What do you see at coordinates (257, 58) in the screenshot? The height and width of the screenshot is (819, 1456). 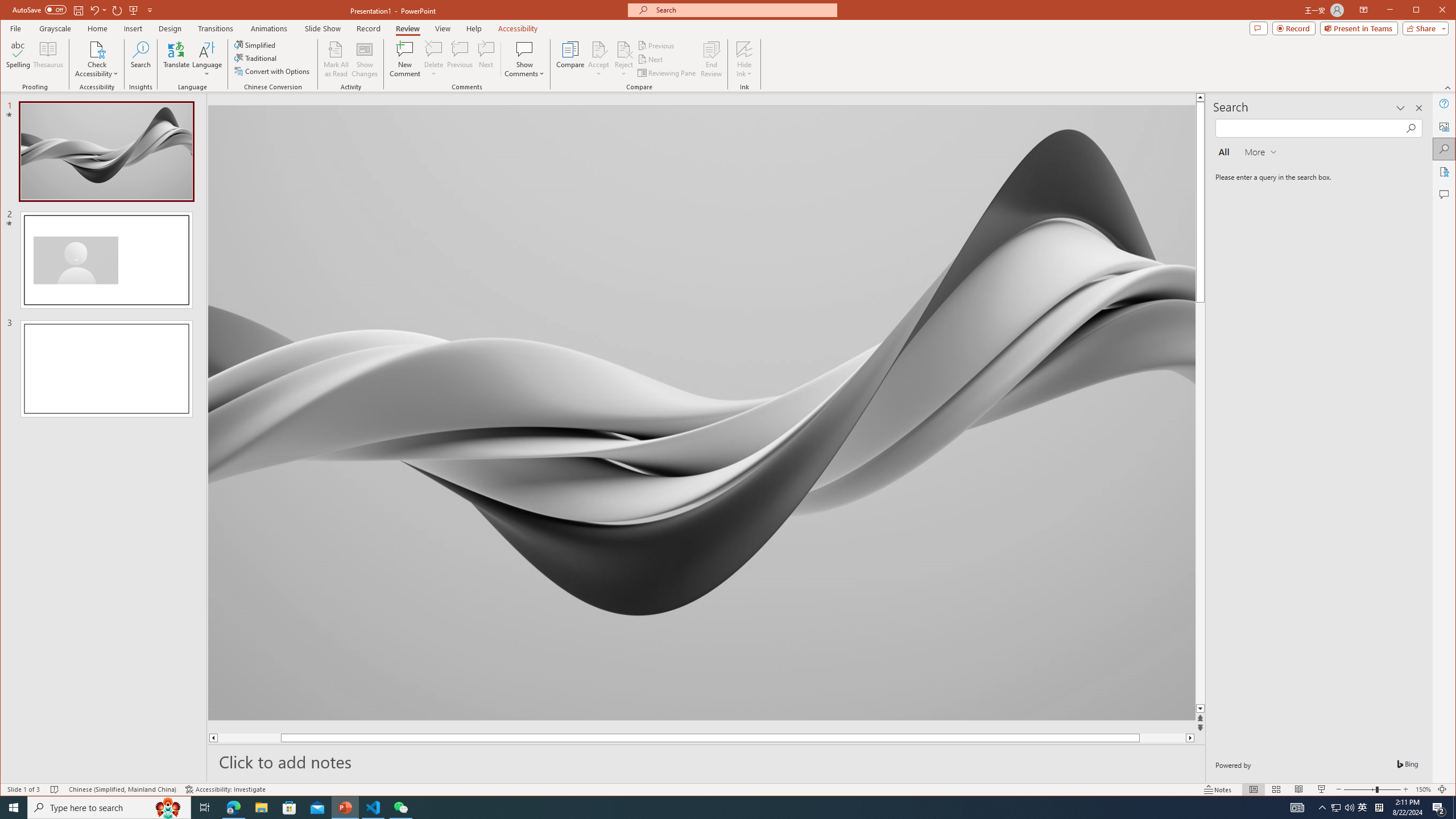 I see `'Traditional'` at bounding box center [257, 58].